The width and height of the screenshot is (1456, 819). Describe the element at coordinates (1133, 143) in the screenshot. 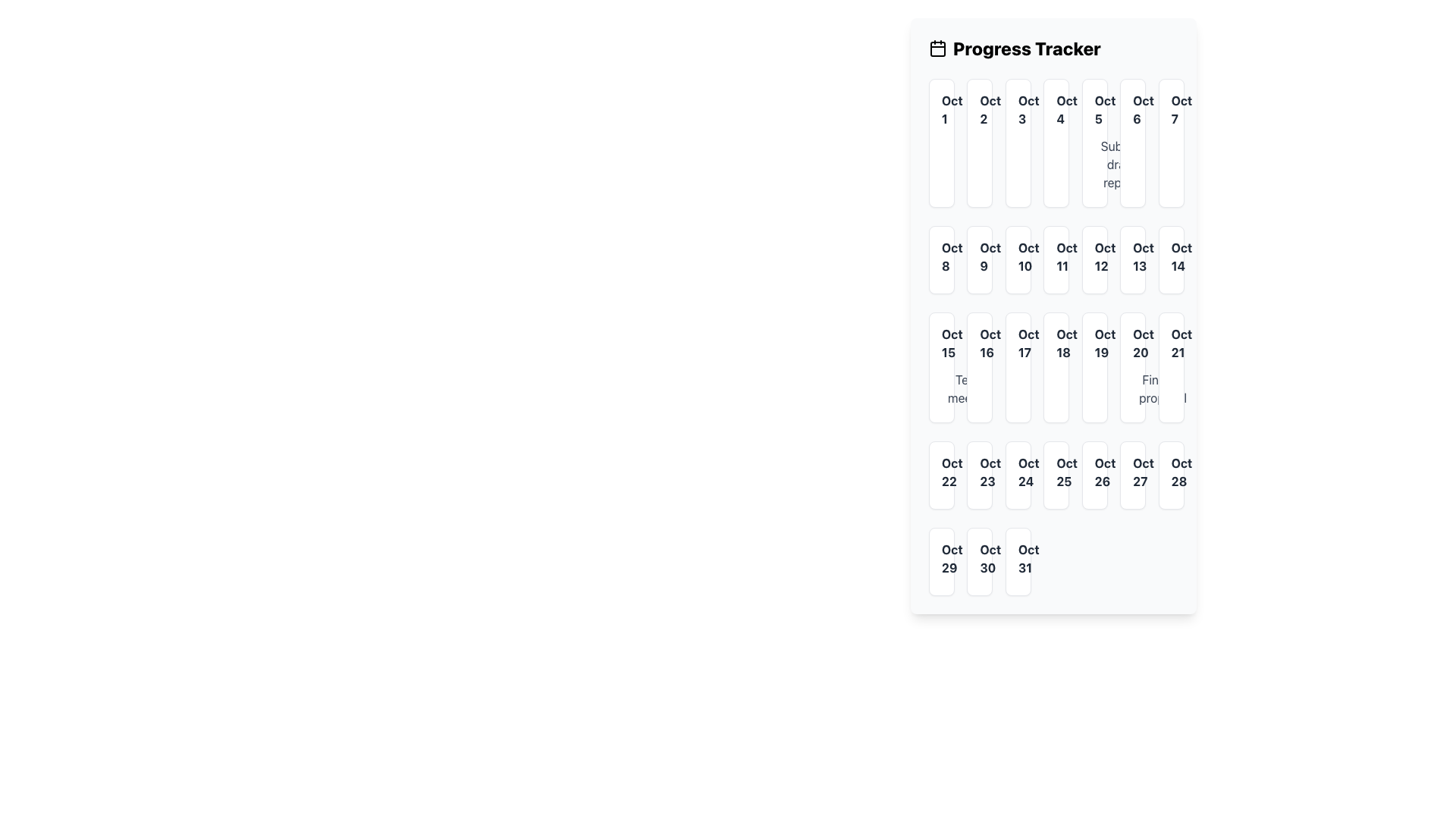

I see `the Calendar day card displaying 'Oct 6', which is a white rectangular card with rounded corners in the first row and sixth column of the grid` at that location.